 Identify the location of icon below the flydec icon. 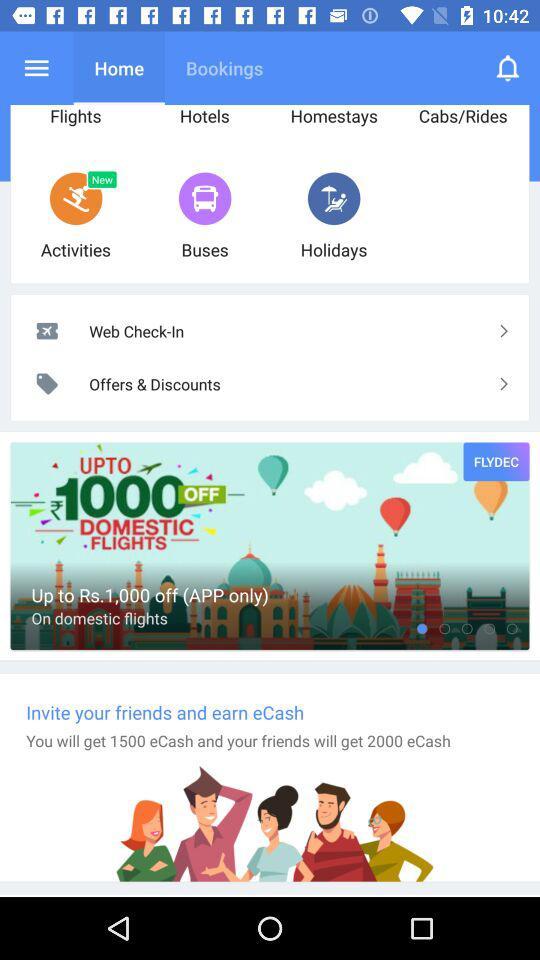
(467, 627).